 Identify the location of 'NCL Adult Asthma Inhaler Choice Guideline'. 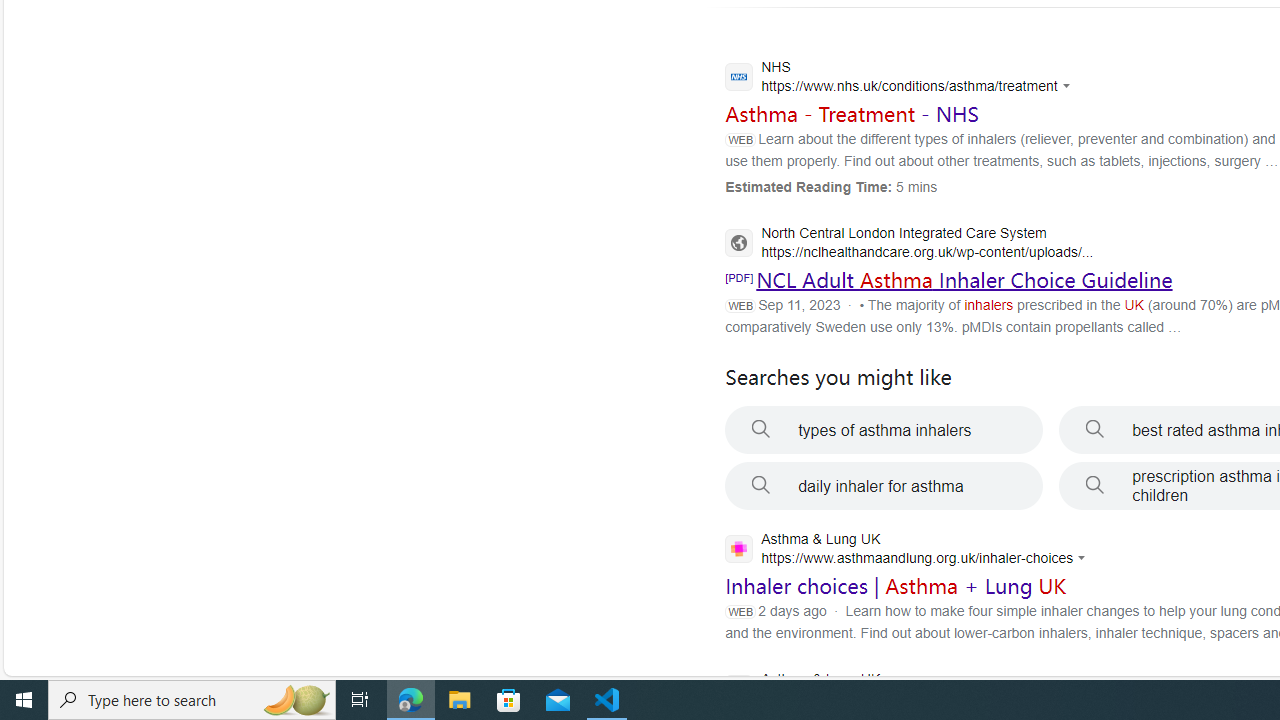
(964, 280).